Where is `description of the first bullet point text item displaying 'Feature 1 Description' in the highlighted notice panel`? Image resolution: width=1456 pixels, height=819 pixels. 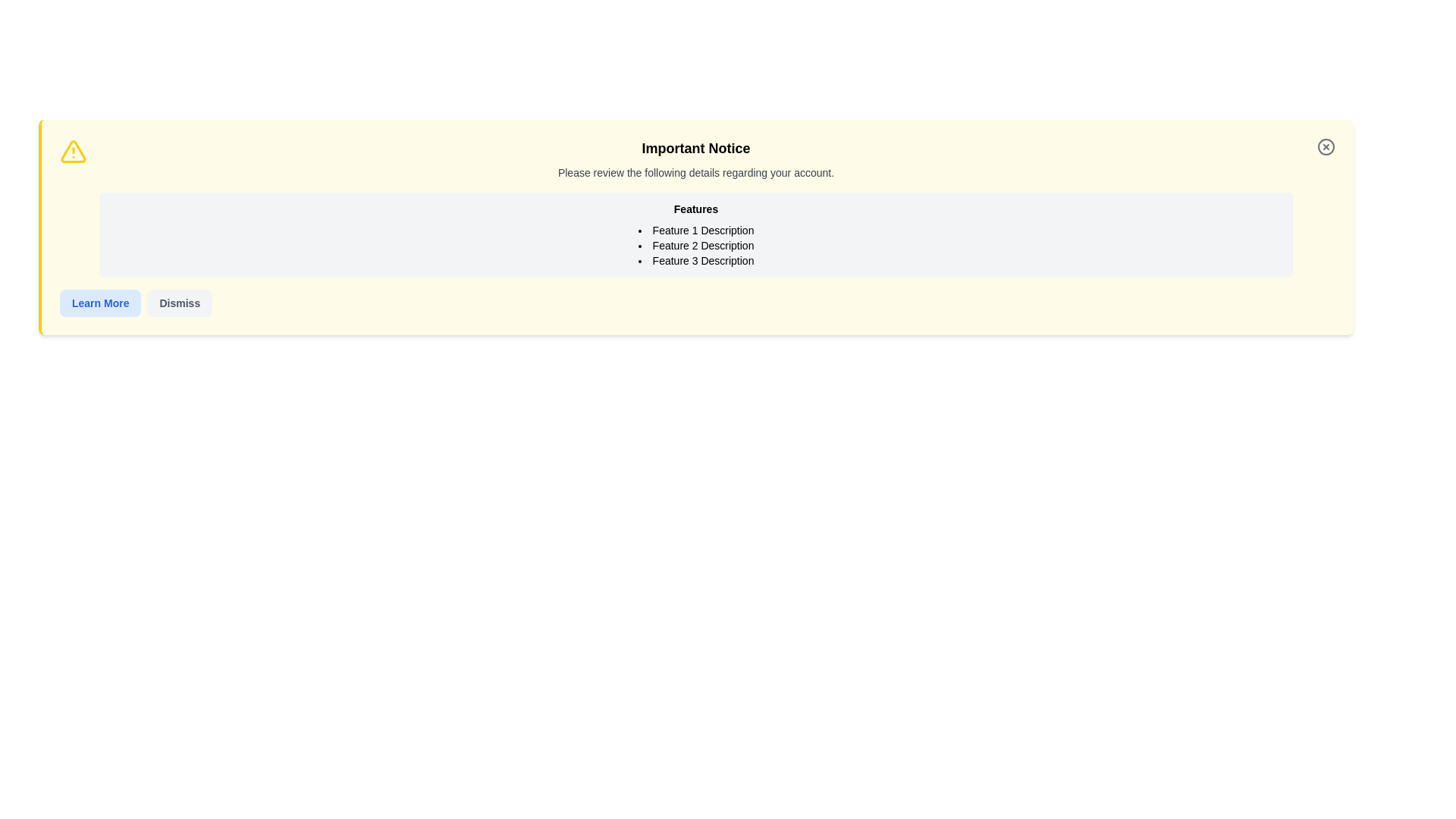
description of the first bullet point text item displaying 'Feature 1 Description' in the highlighted notice panel is located at coordinates (695, 231).